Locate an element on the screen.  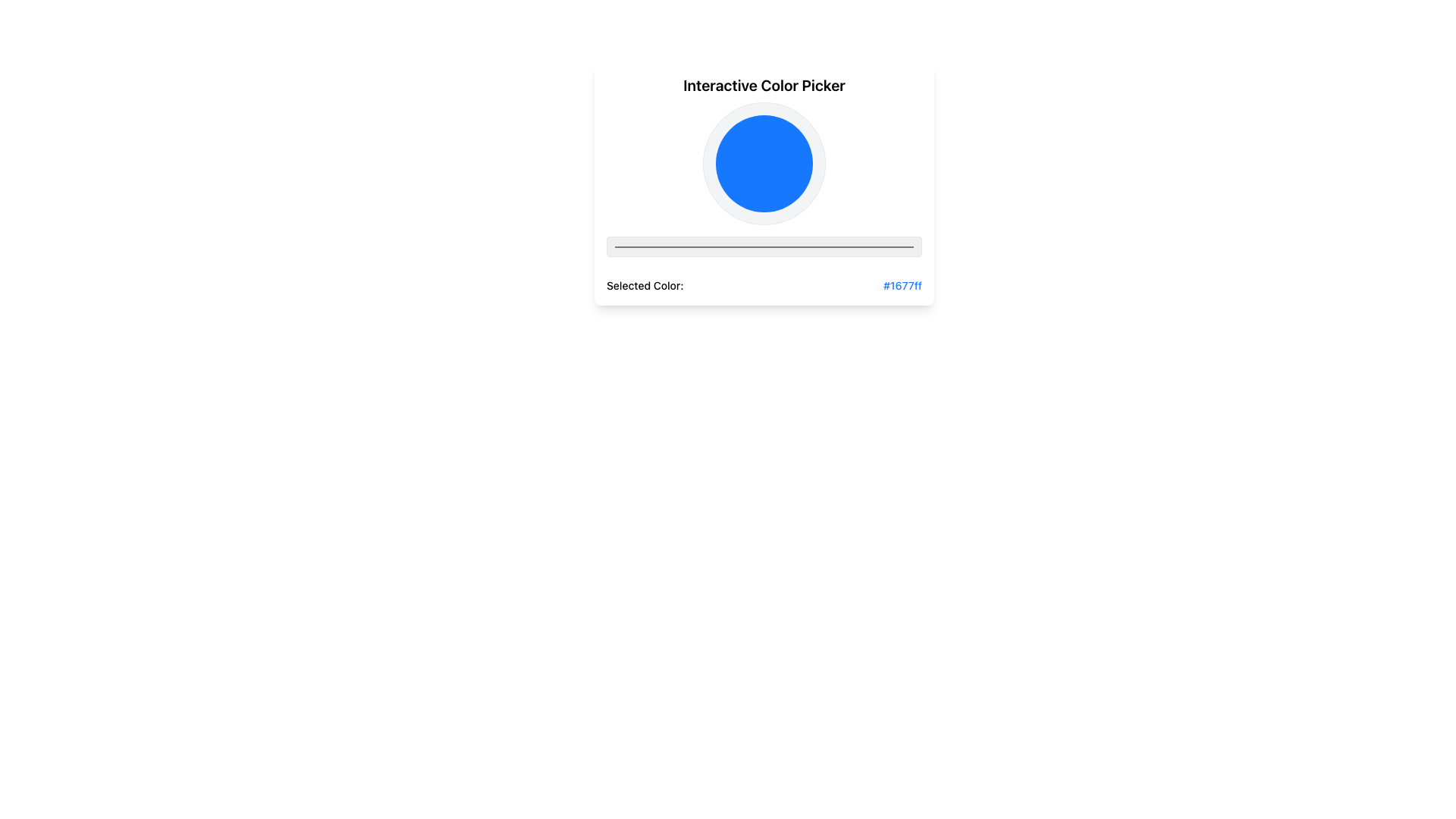
the color displayed by the Circular Visual Indicator located in the center of the color picker interface, below the header 'Interactive Color Picker' is located at coordinates (764, 164).